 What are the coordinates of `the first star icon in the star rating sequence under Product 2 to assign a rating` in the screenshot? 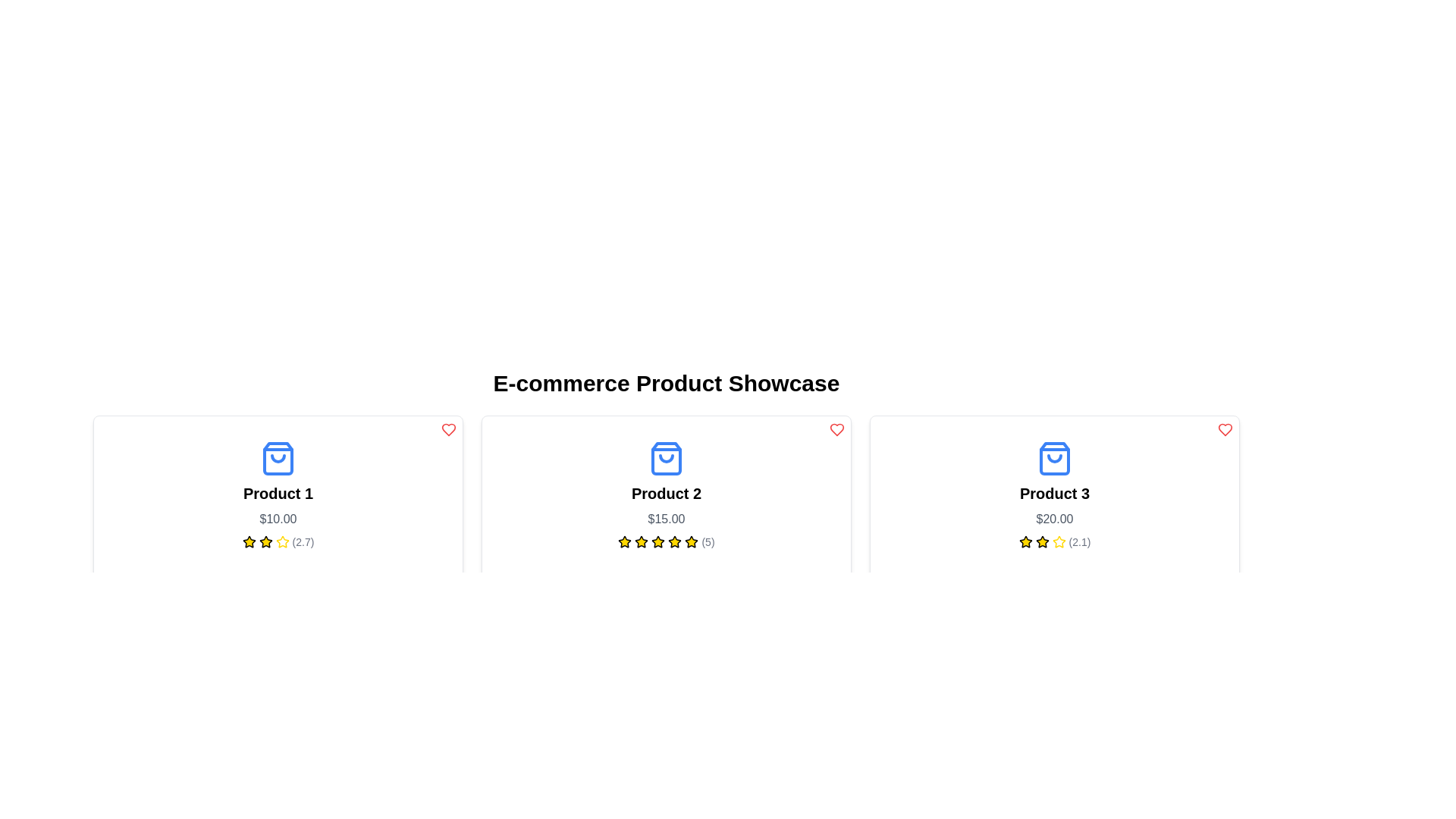 It's located at (625, 541).